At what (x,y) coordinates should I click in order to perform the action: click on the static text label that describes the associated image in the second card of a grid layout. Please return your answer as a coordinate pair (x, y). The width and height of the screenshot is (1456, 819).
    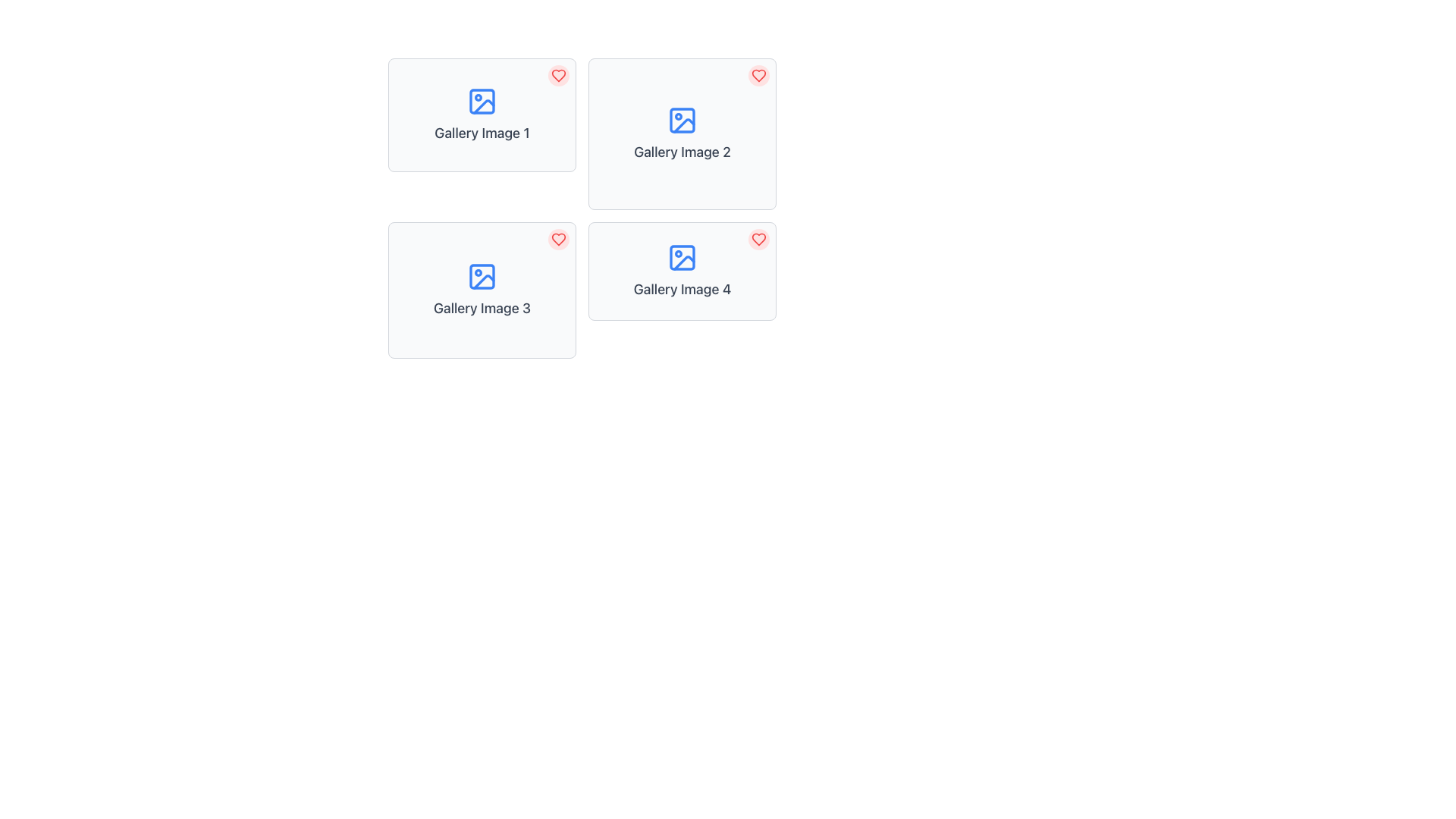
    Looking at the image, I should click on (682, 152).